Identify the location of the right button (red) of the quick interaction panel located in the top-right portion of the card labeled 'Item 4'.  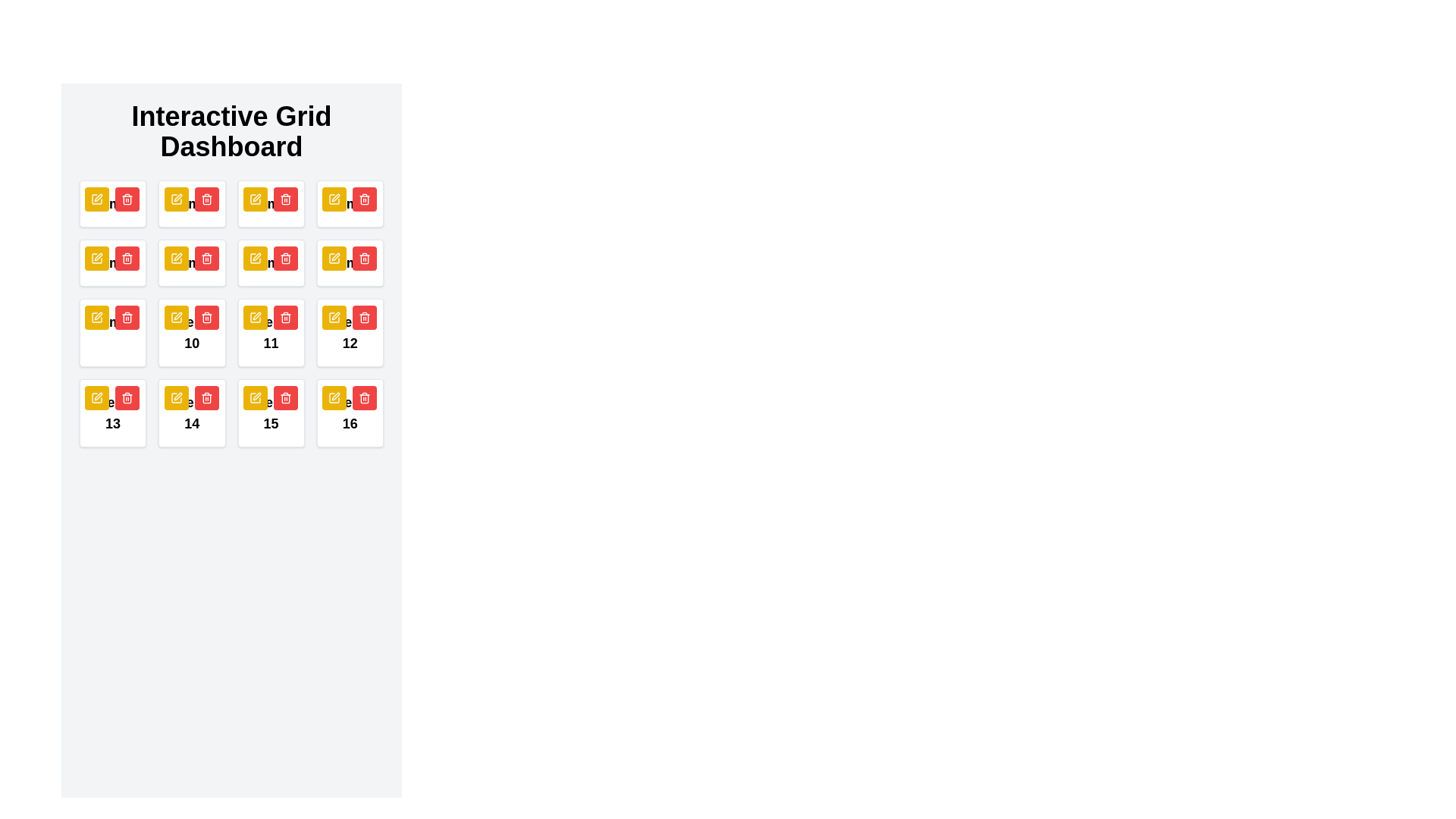
(348, 198).